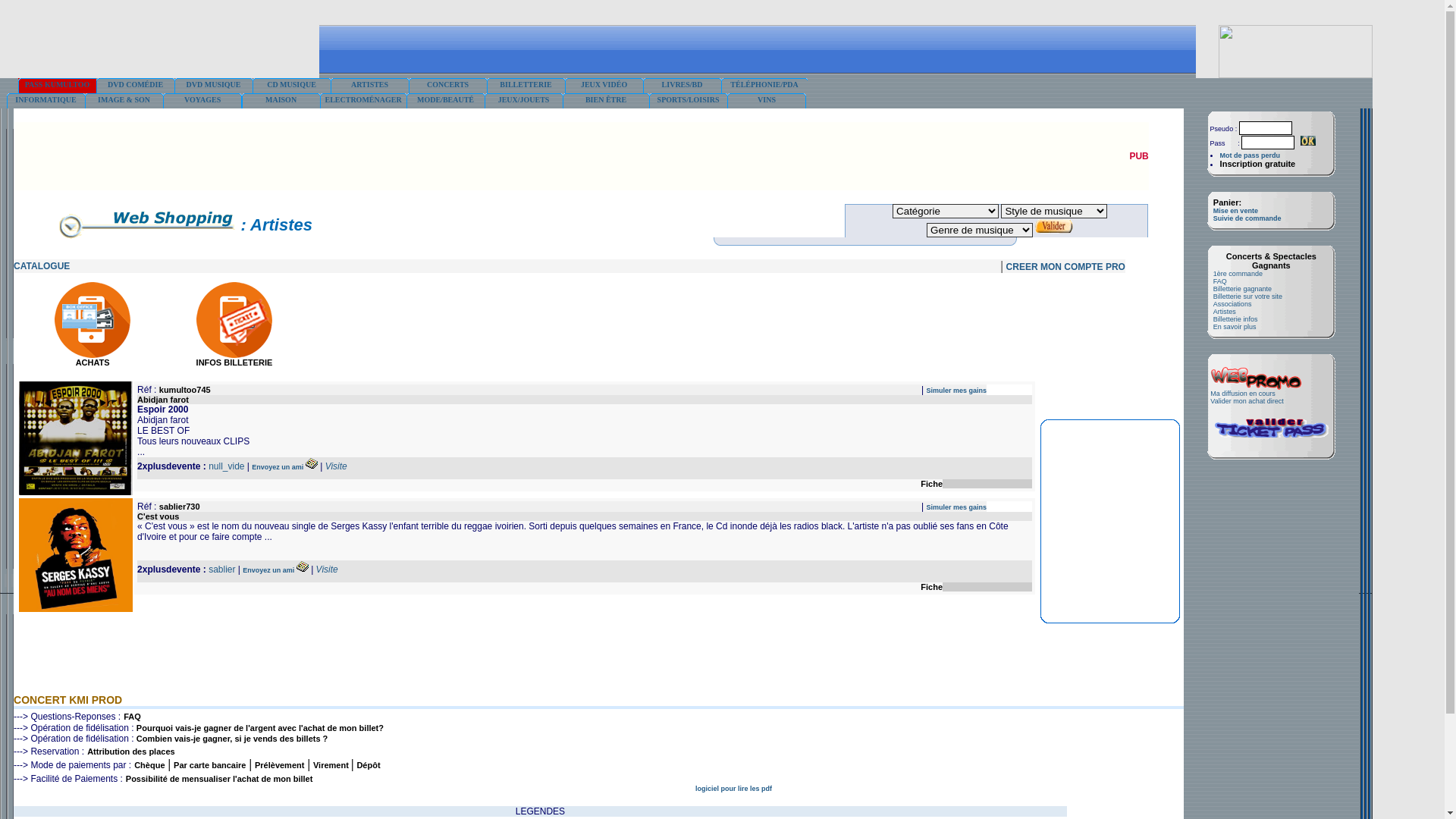 This screenshot has height=819, width=1456. What do you see at coordinates (207, 465) in the screenshot?
I see `'null_vide'` at bounding box center [207, 465].